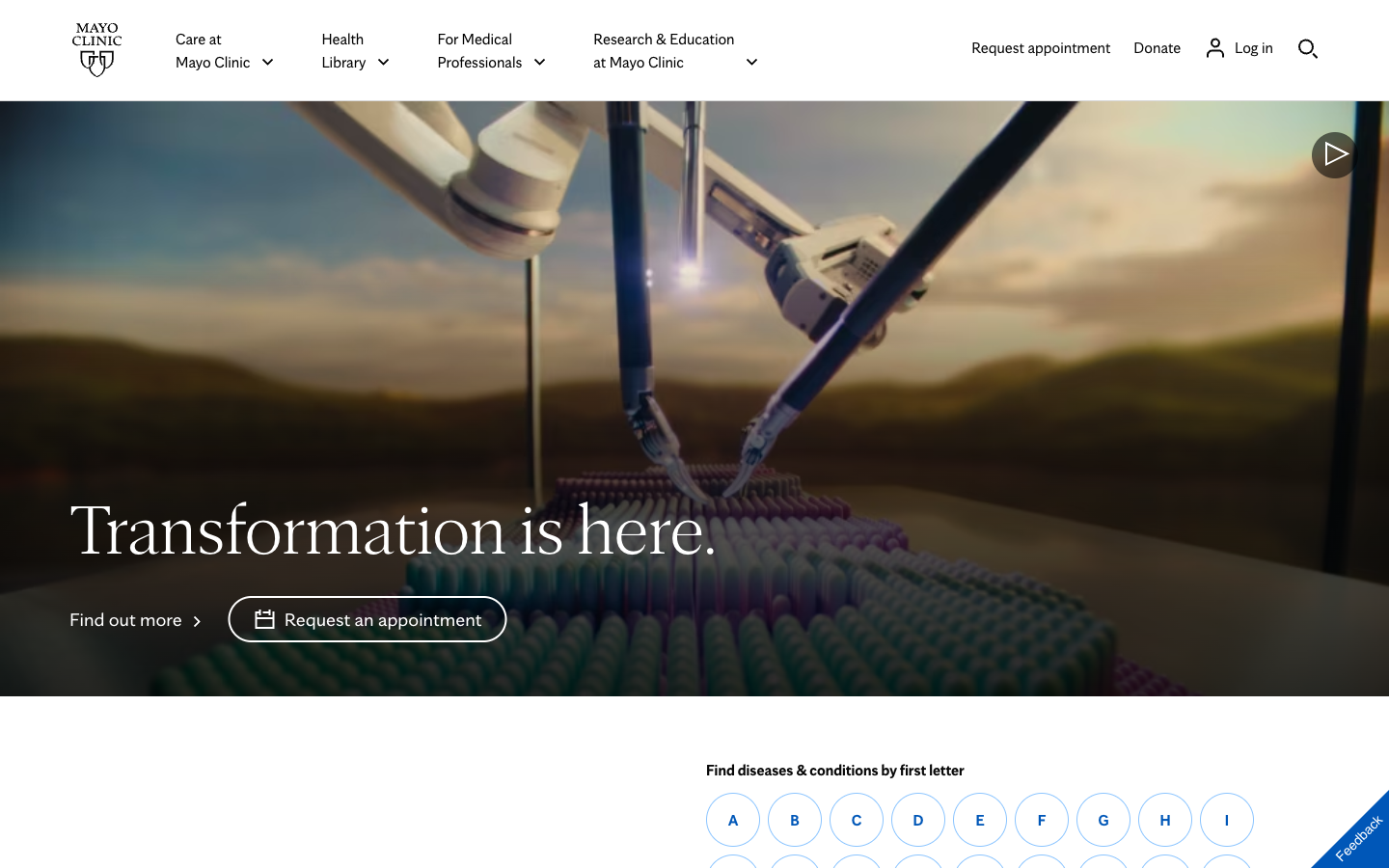 This screenshot has width=1389, height=868. Describe the element at coordinates (136, 618) in the screenshot. I see `Research the alterations occurring at Mayo Clinic` at that location.